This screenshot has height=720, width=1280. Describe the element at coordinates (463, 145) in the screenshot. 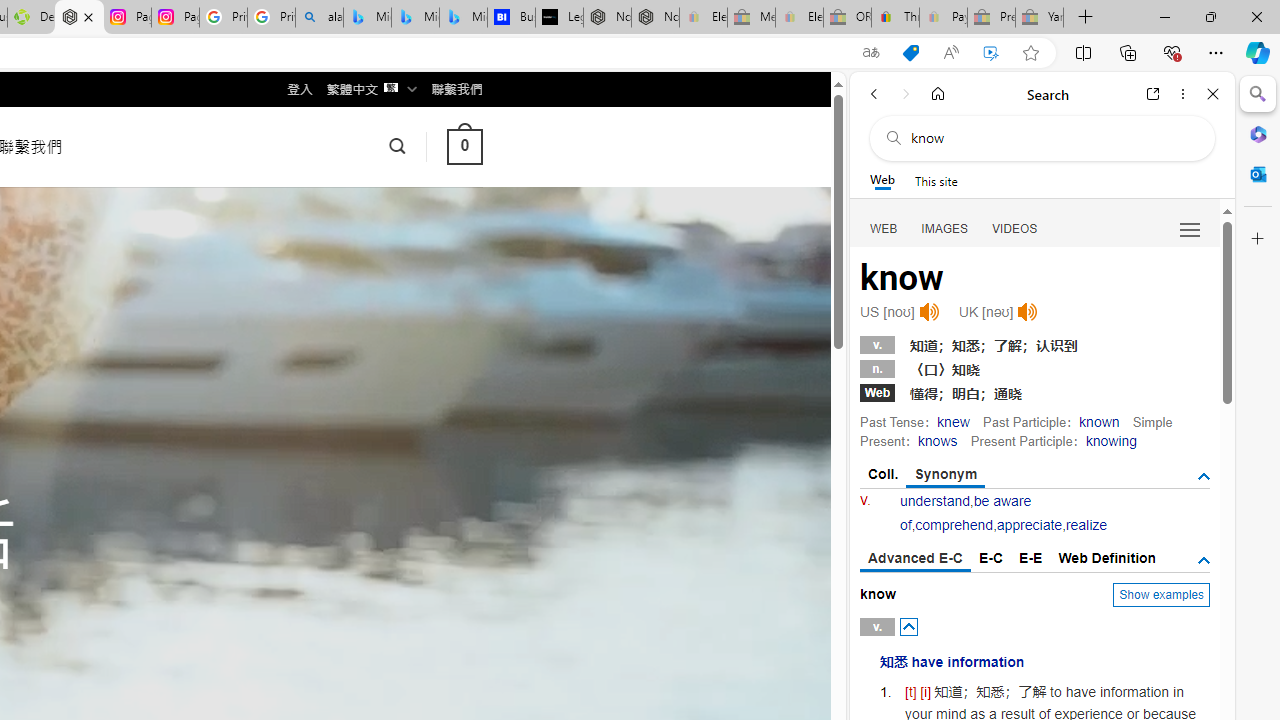

I see `'  0  '` at that location.